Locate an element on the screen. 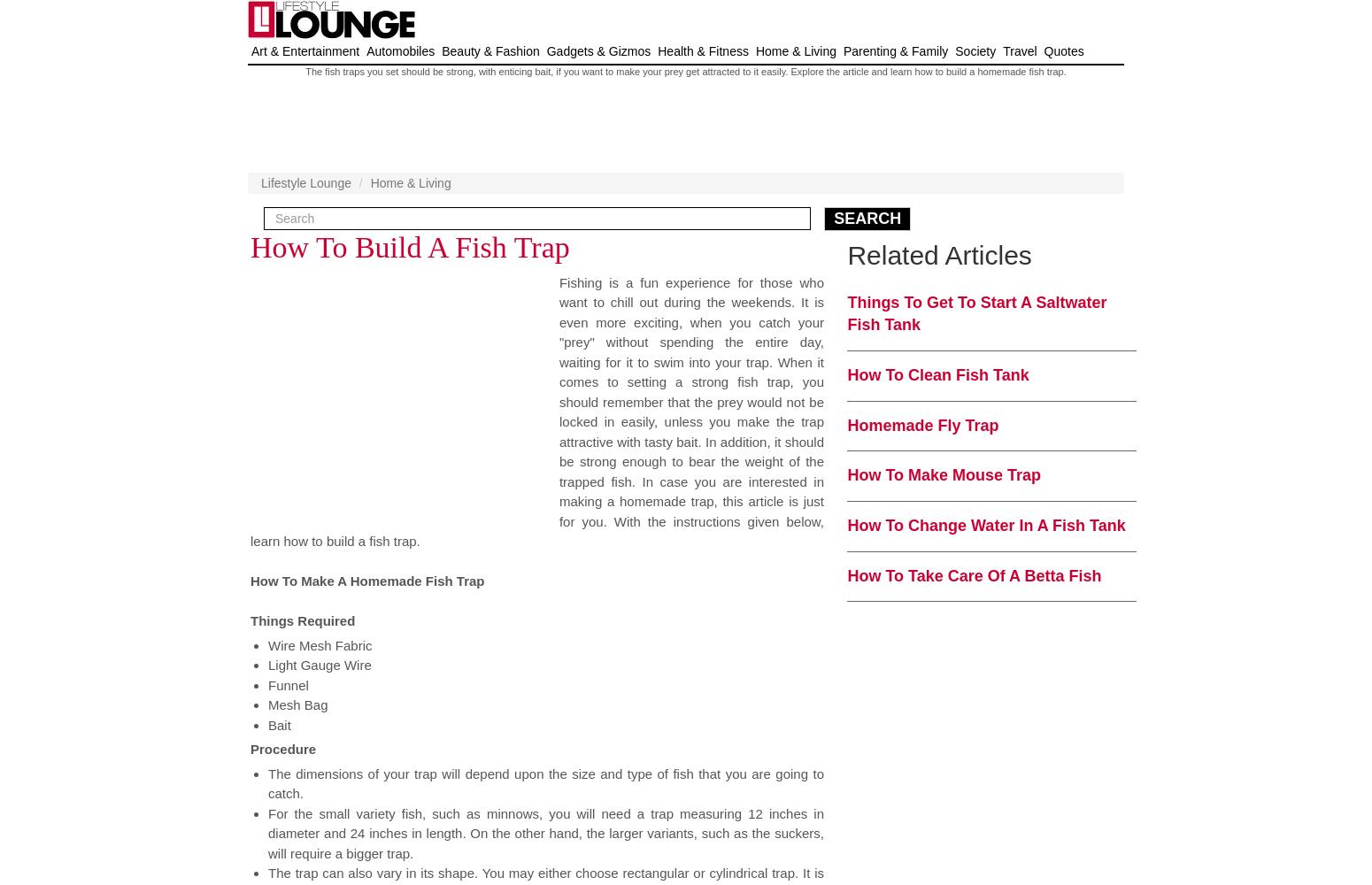 The image size is (1372, 885). 'The dimensions of your trap will depend upon the size and type of fish that you are going to catch.' is located at coordinates (546, 783).